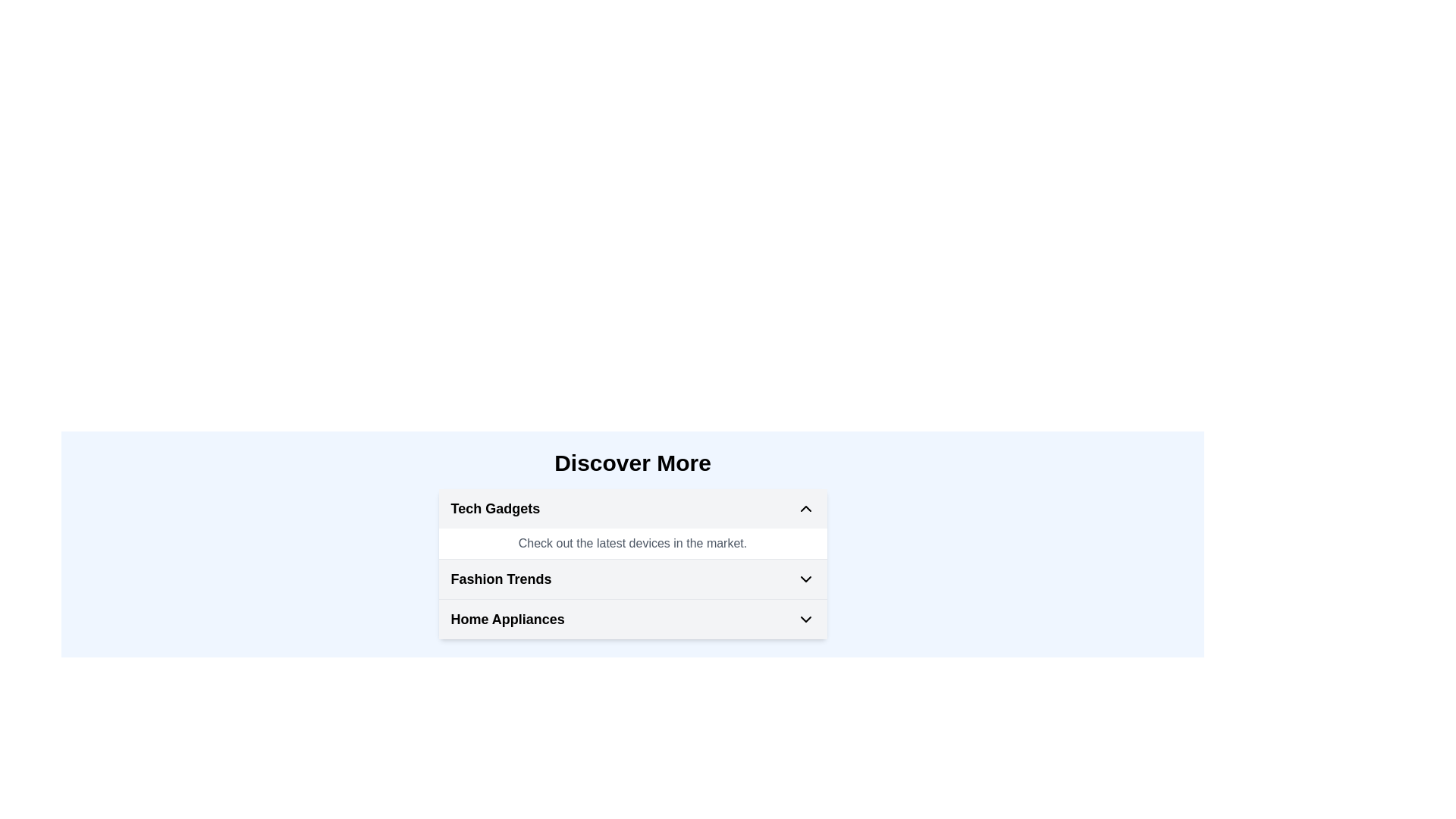  What do you see at coordinates (805, 579) in the screenshot?
I see `the downward-pointing chevron icon located at the right side of the 'Fashion Trends' label` at bounding box center [805, 579].